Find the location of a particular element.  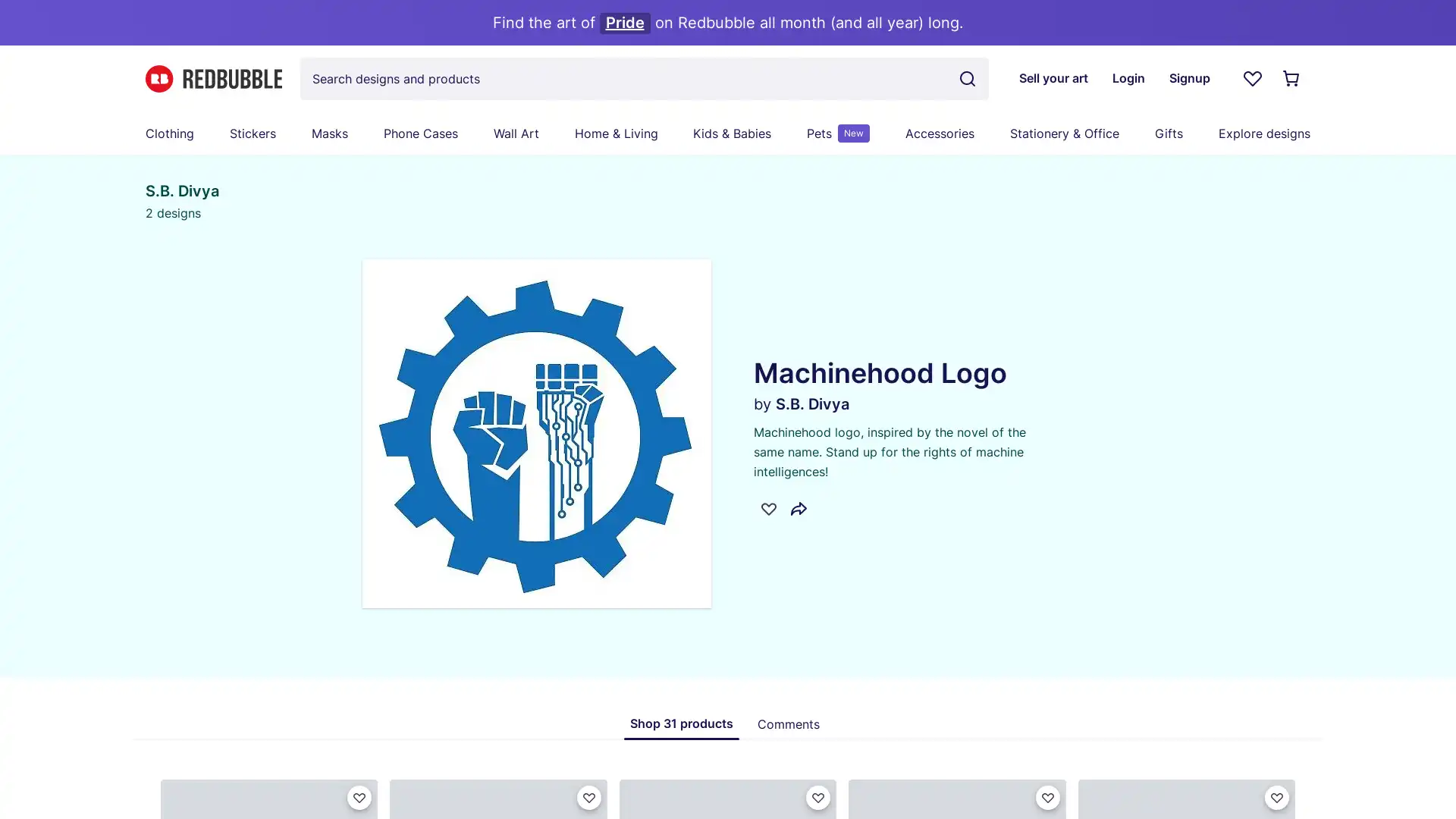

Favorite is located at coordinates (359, 797).